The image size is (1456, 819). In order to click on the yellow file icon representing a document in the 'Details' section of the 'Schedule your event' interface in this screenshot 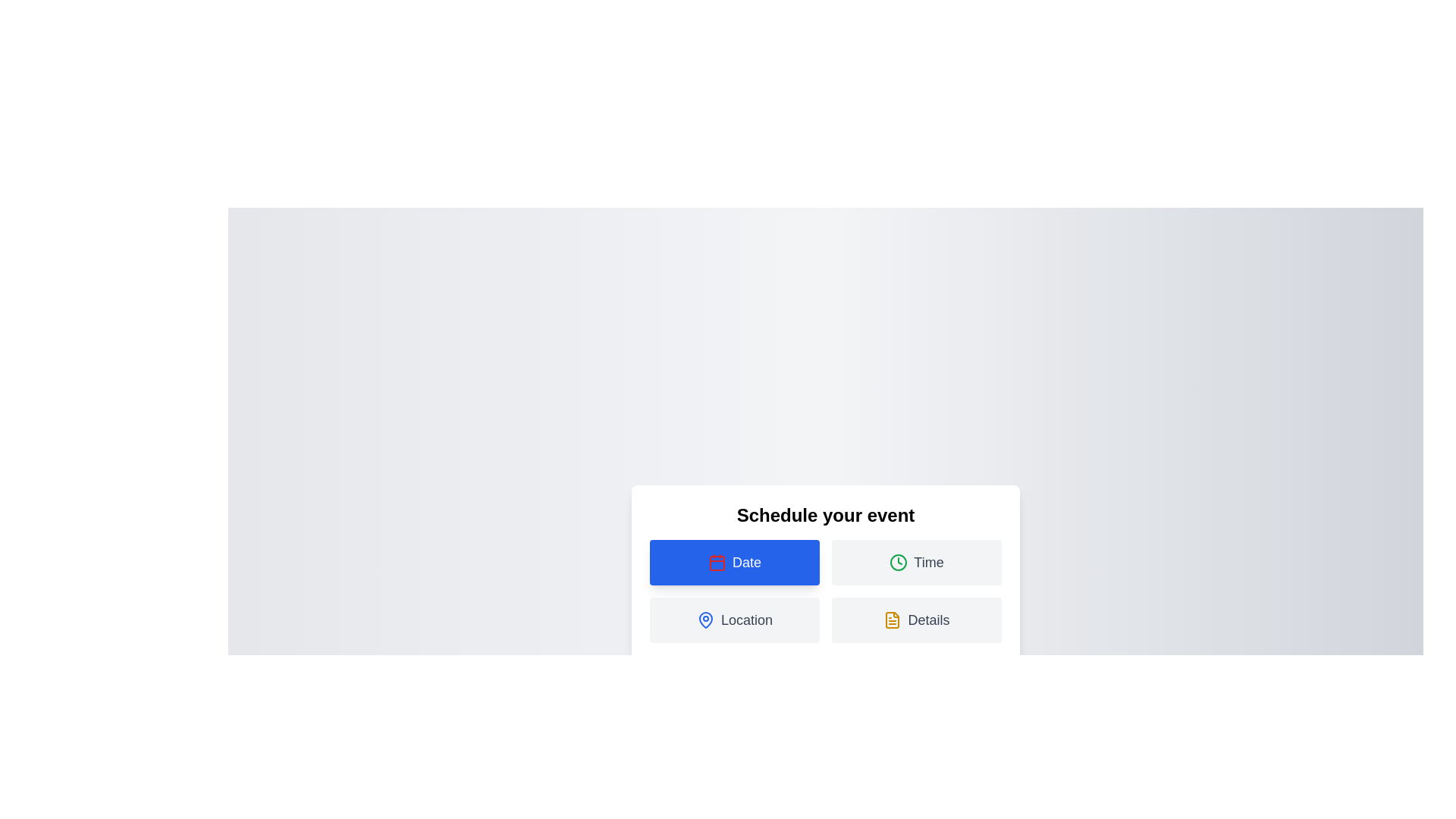, I will do `click(893, 620)`.